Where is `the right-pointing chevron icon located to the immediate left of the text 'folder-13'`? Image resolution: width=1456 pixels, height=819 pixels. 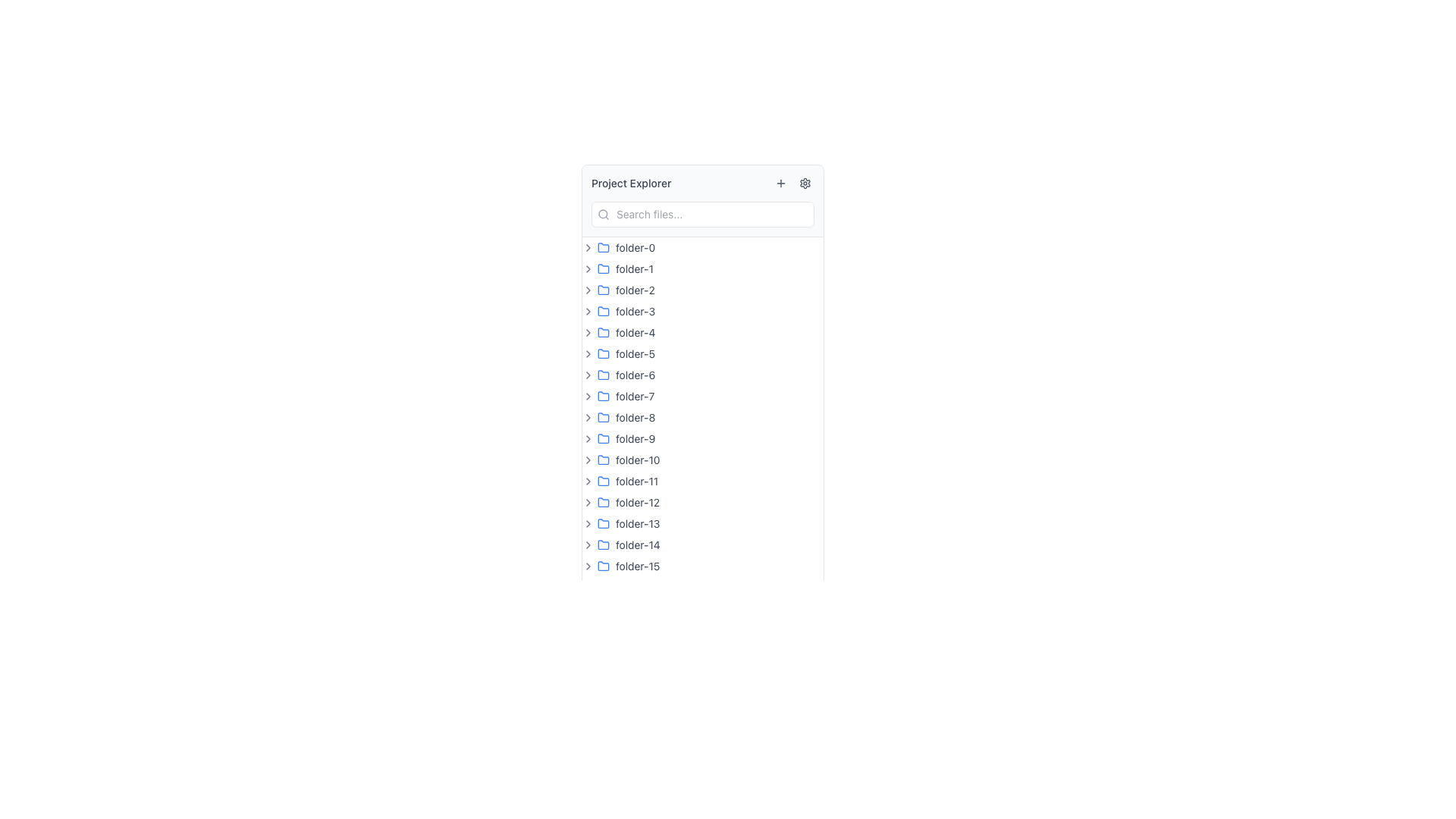
the right-pointing chevron icon located to the immediate left of the text 'folder-13' is located at coordinates (588, 522).